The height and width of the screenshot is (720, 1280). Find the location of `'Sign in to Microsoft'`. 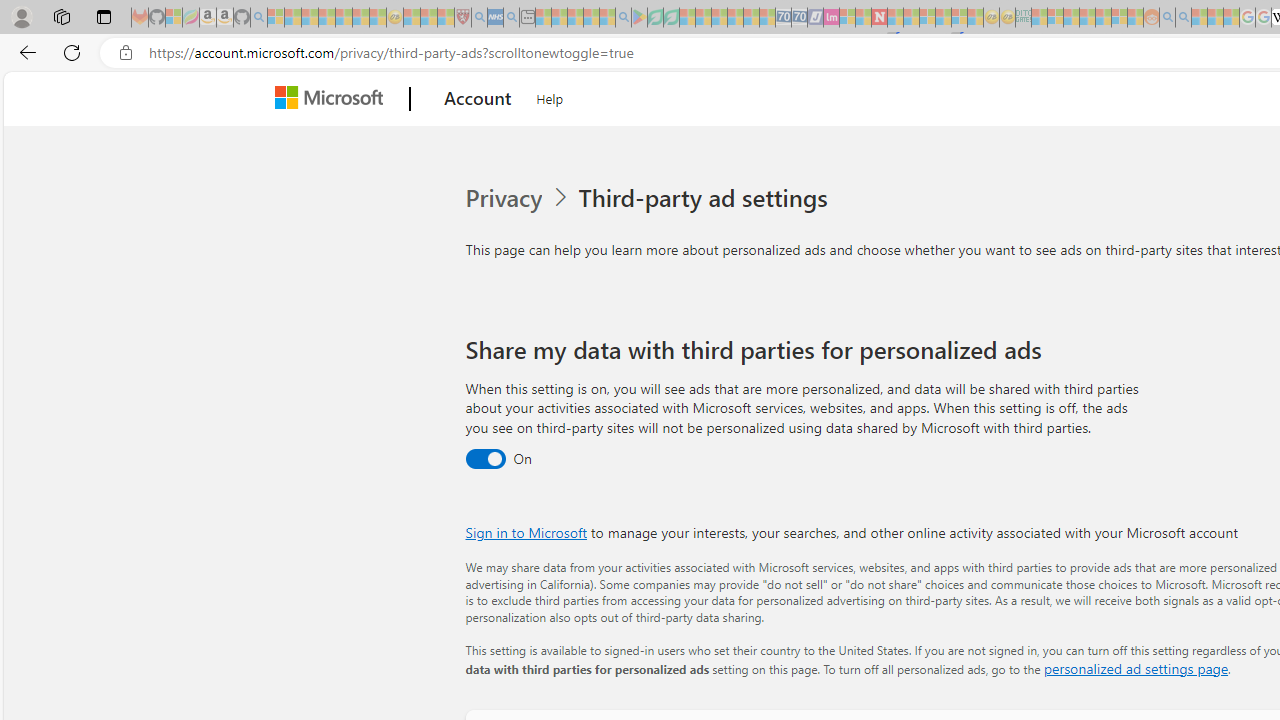

'Sign in to Microsoft' is located at coordinates (526, 531).